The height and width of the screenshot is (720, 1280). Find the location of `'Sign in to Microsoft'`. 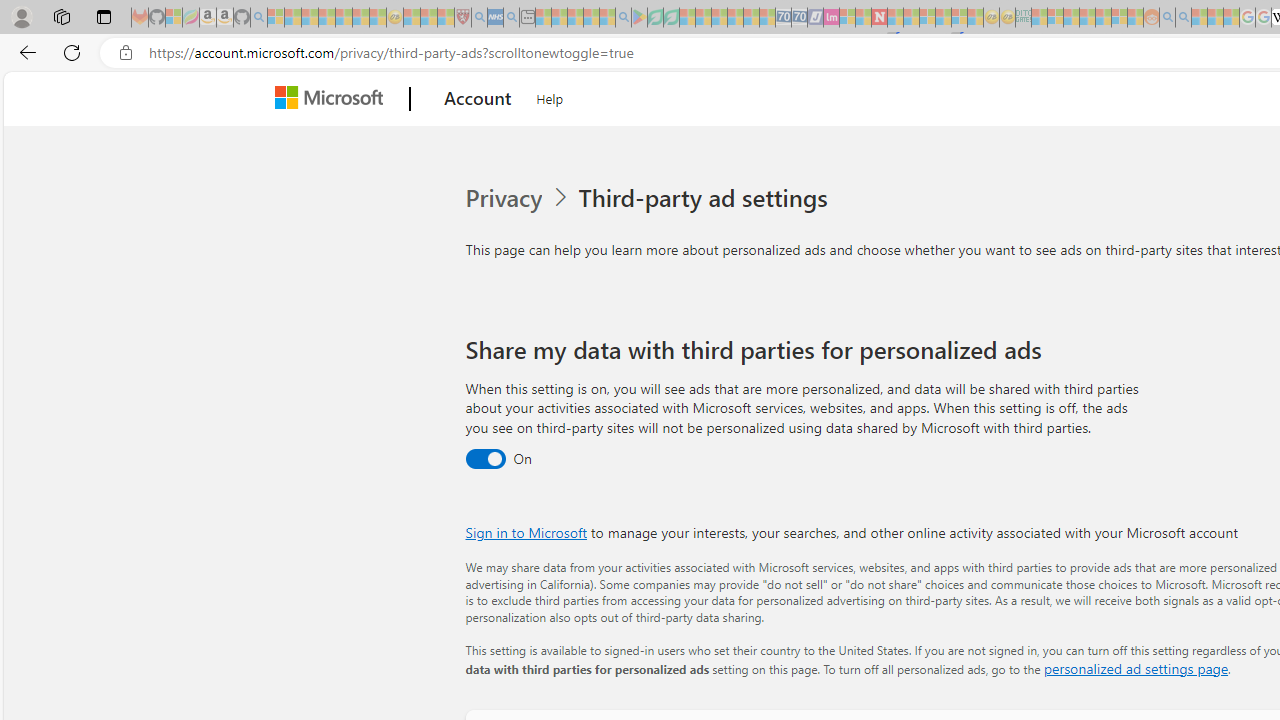

'Sign in to Microsoft' is located at coordinates (526, 531).